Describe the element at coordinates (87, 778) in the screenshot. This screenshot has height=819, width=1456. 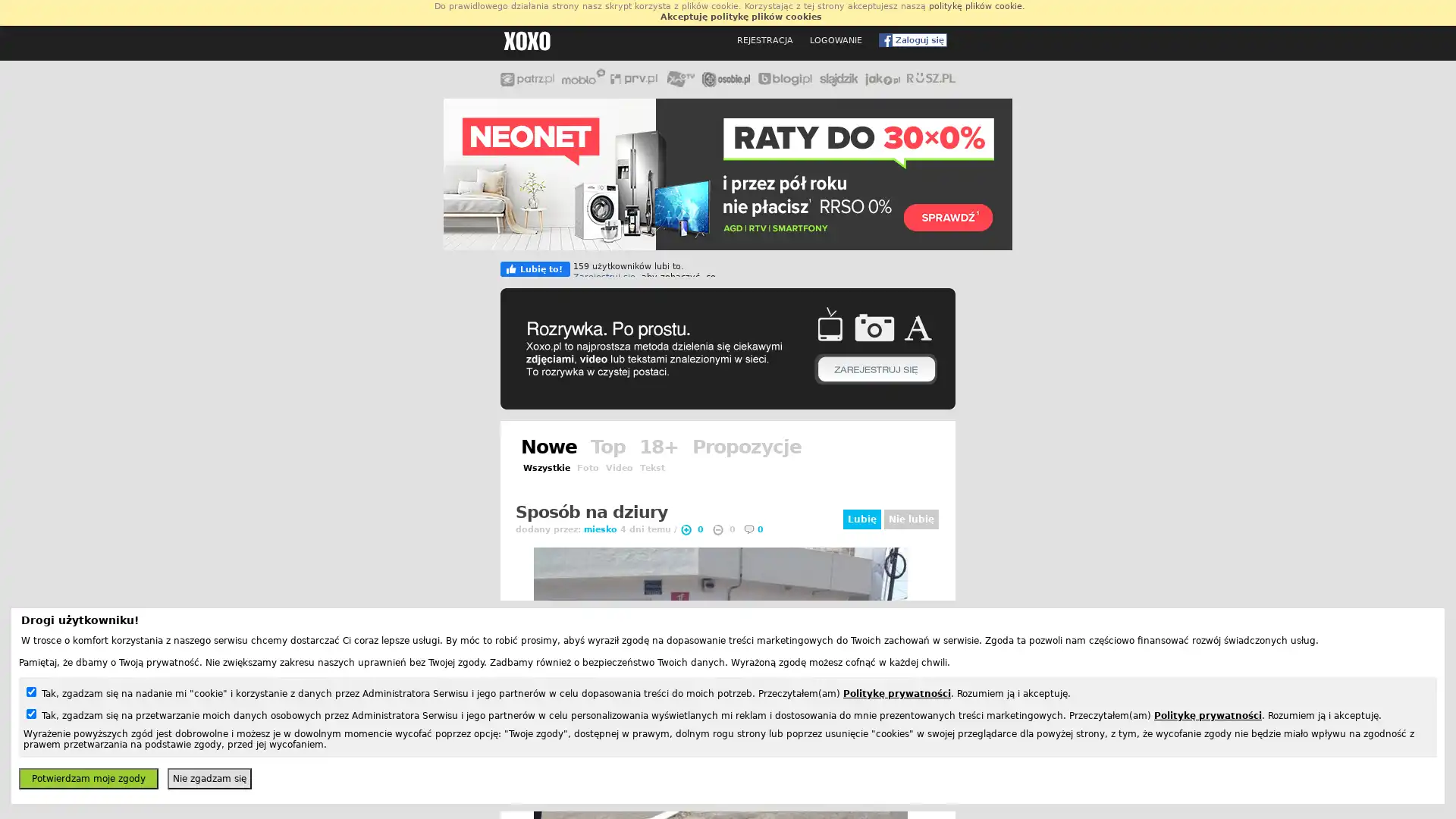
I see `Potwierdzam moje zgody` at that location.